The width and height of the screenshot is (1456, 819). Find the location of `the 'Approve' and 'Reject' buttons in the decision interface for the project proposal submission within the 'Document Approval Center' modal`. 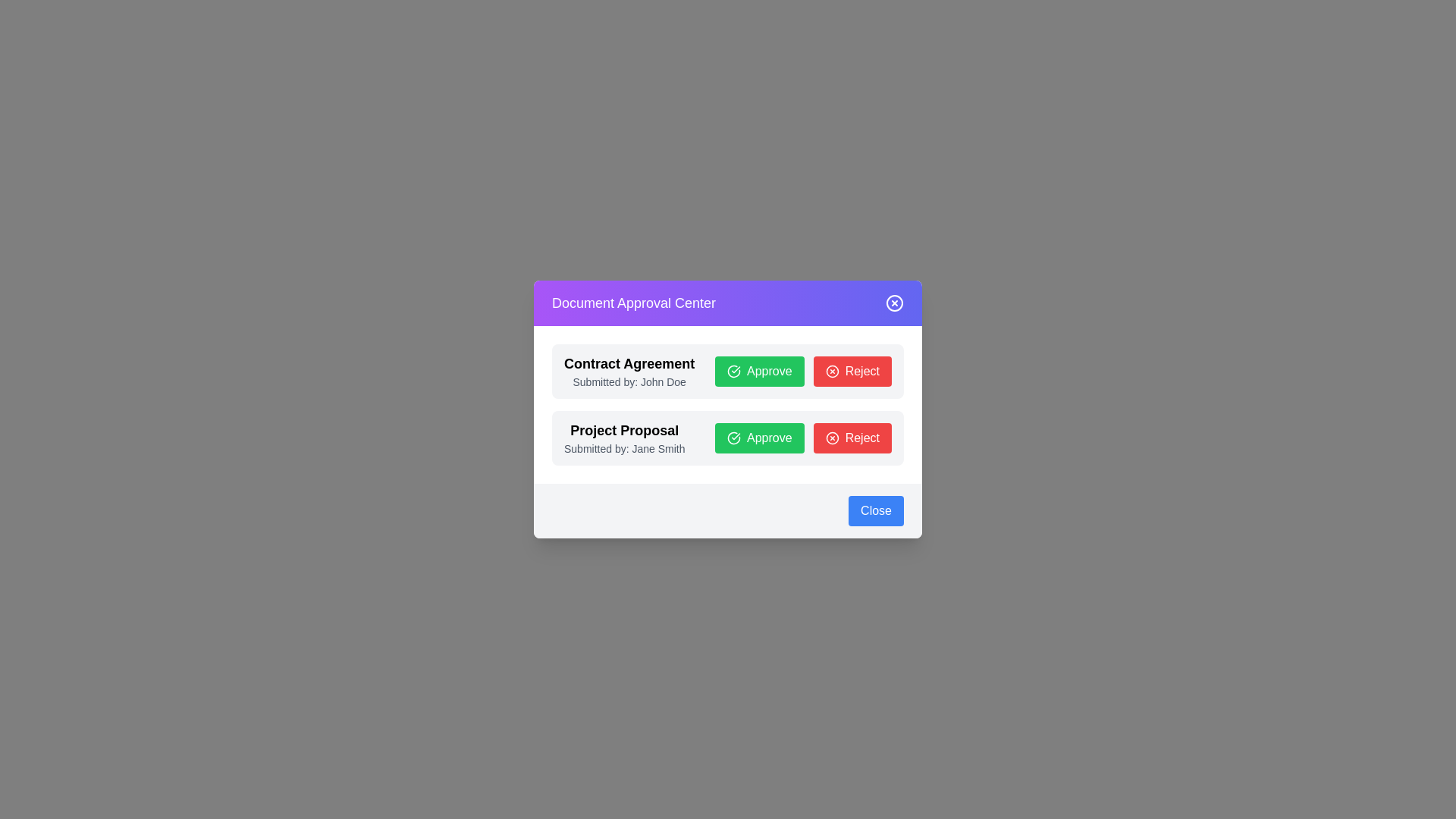

the 'Approve' and 'Reject' buttons in the decision interface for the project proposal submission within the 'Document Approval Center' modal is located at coordinates (728, 438).